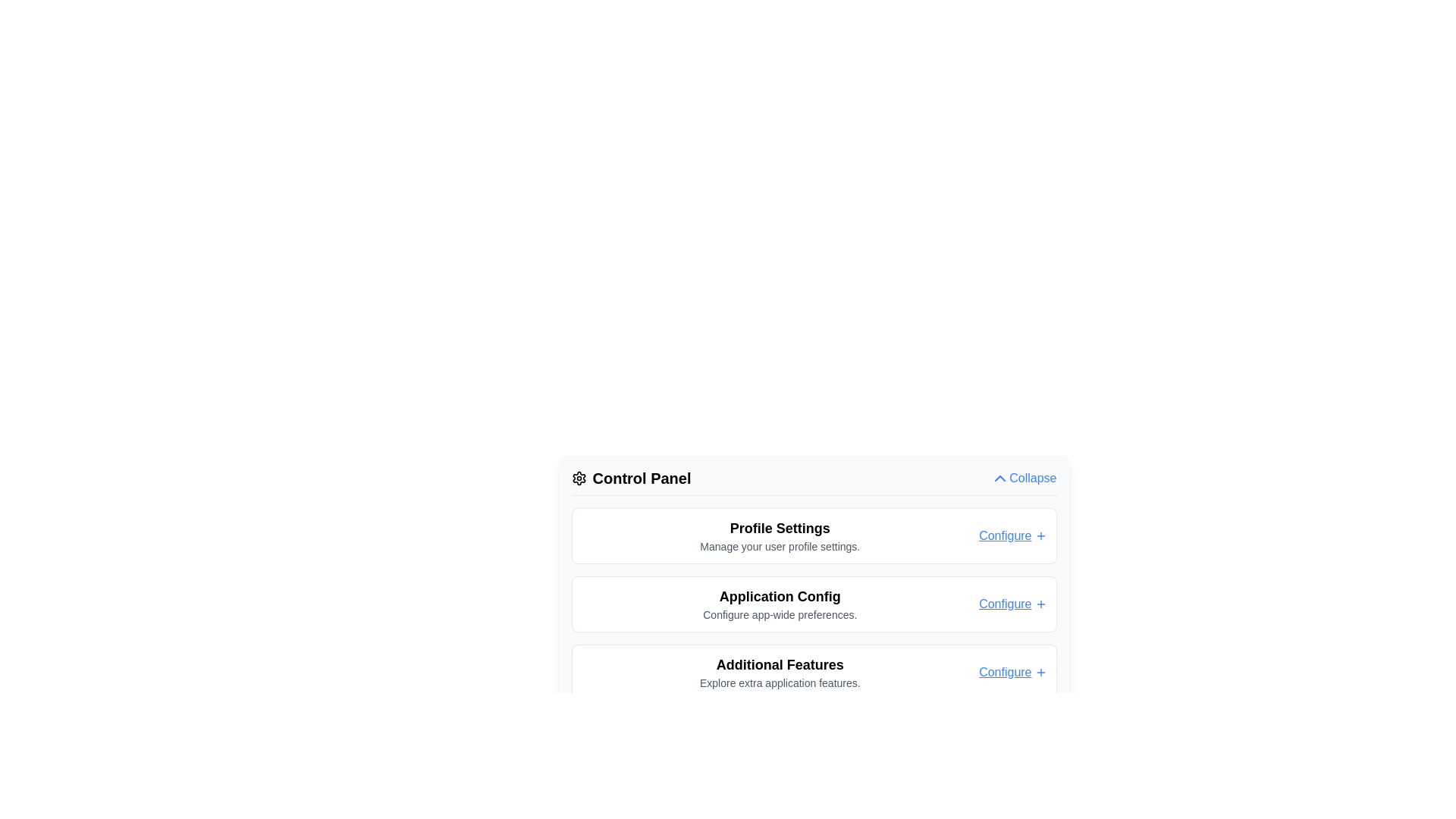  I want to click on the 'Additional Features' label that includes the header and subtext, which is centrally located within the third item of a vertical list, so click(780, 672).